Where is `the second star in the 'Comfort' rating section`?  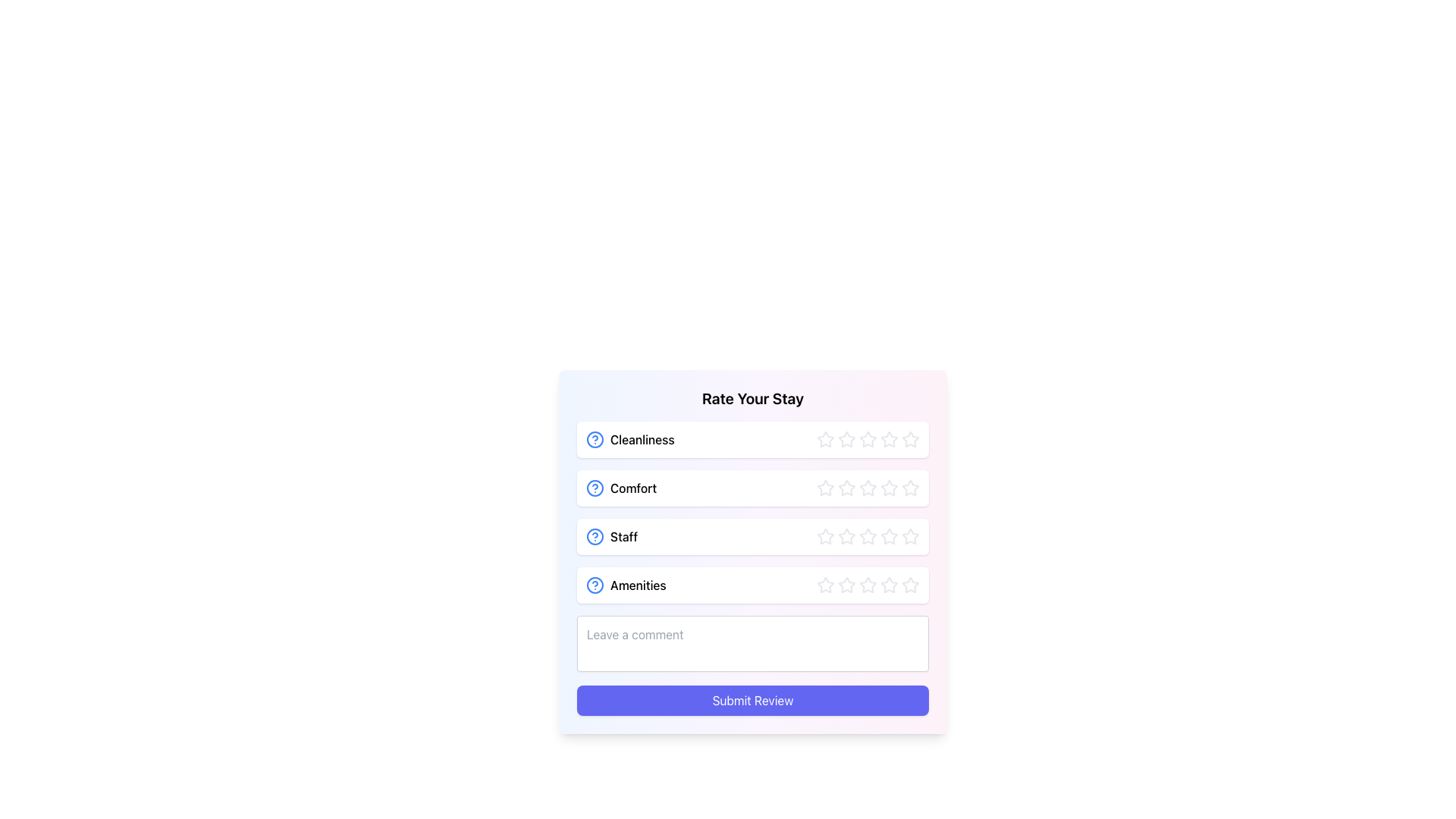 the second star in the 'Comfort' rating section is located at coordinates (868, 488).